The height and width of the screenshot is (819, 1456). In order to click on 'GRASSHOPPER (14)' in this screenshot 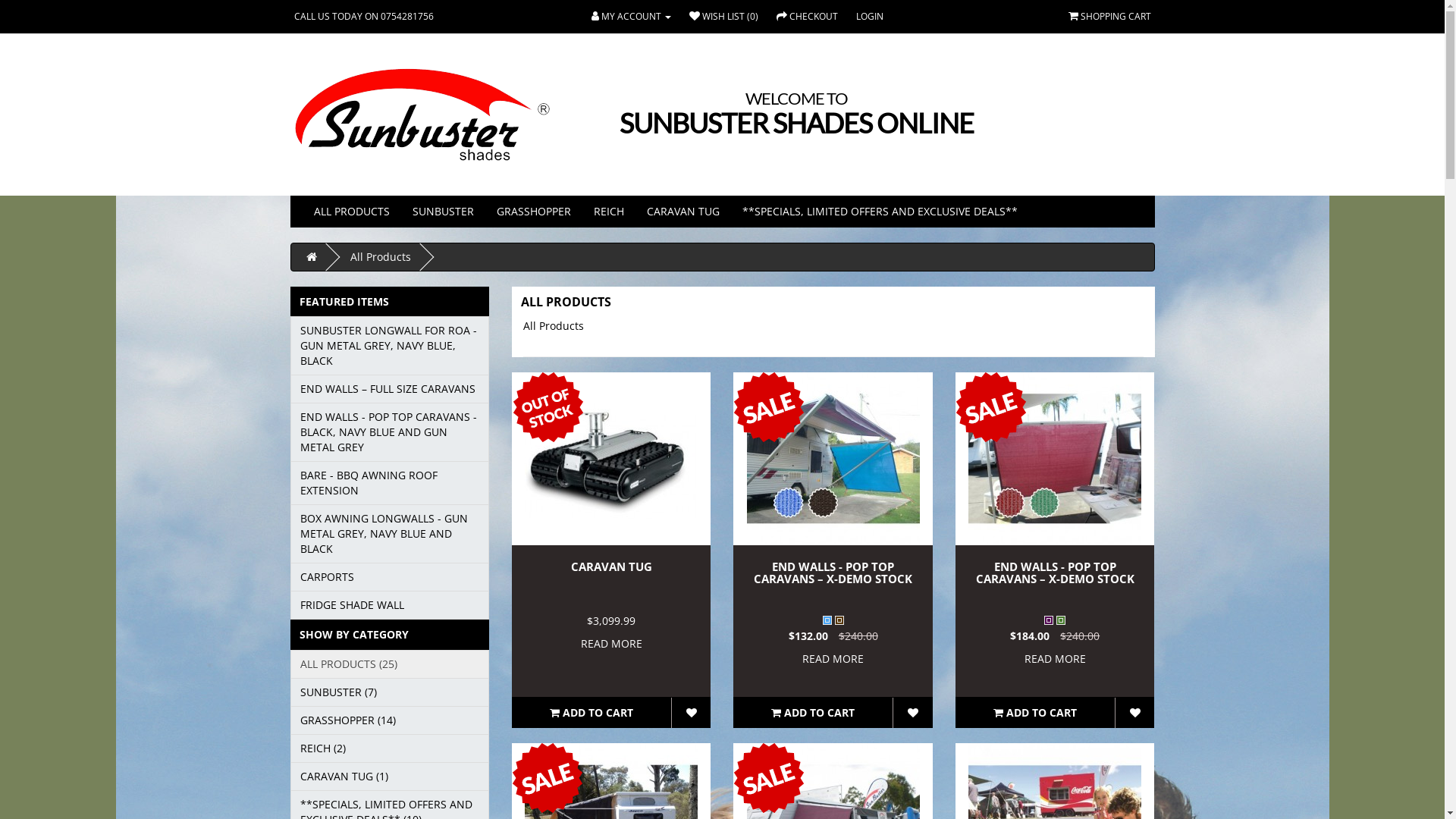, I will do `click(389, 719)`.